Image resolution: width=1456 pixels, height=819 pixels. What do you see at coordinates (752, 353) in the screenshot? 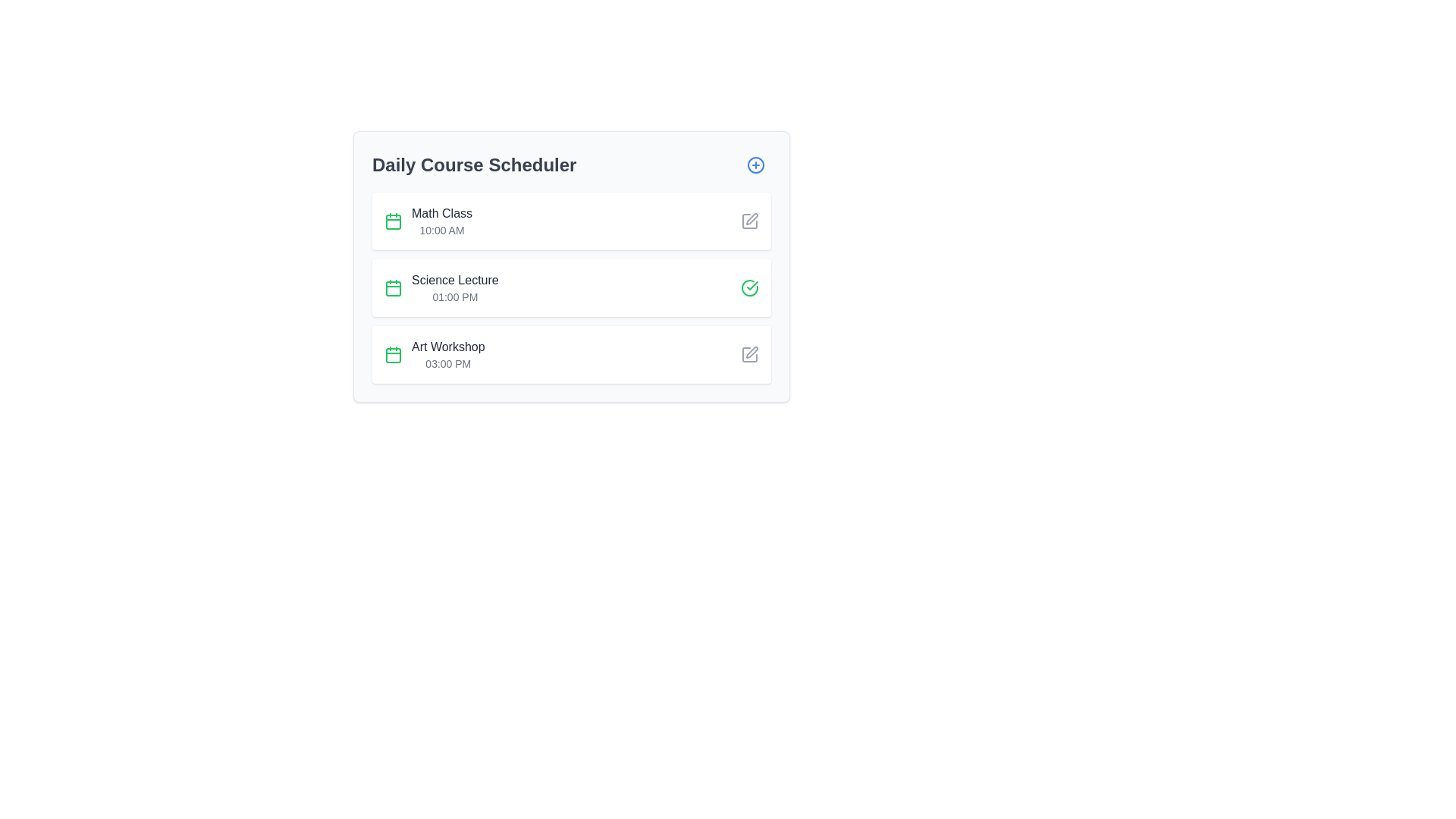
I see `the Icon button for the 'Art Workshop' entry located in the third row under 'Daily Course Scheduler', to the right of the '03:00 PM' text` at bounding box center [752, 353].